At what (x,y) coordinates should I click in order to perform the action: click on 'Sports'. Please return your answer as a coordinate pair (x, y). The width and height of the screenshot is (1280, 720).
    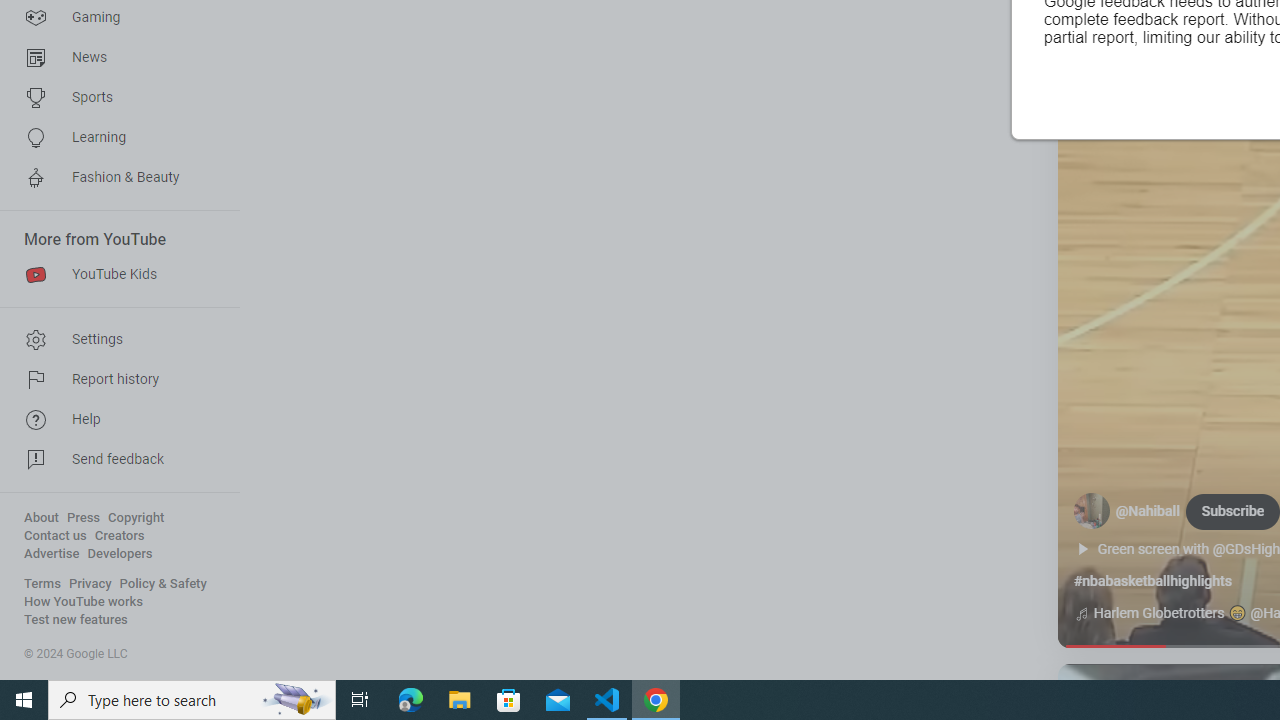
    Looking at the image, I should click on (112, 97).